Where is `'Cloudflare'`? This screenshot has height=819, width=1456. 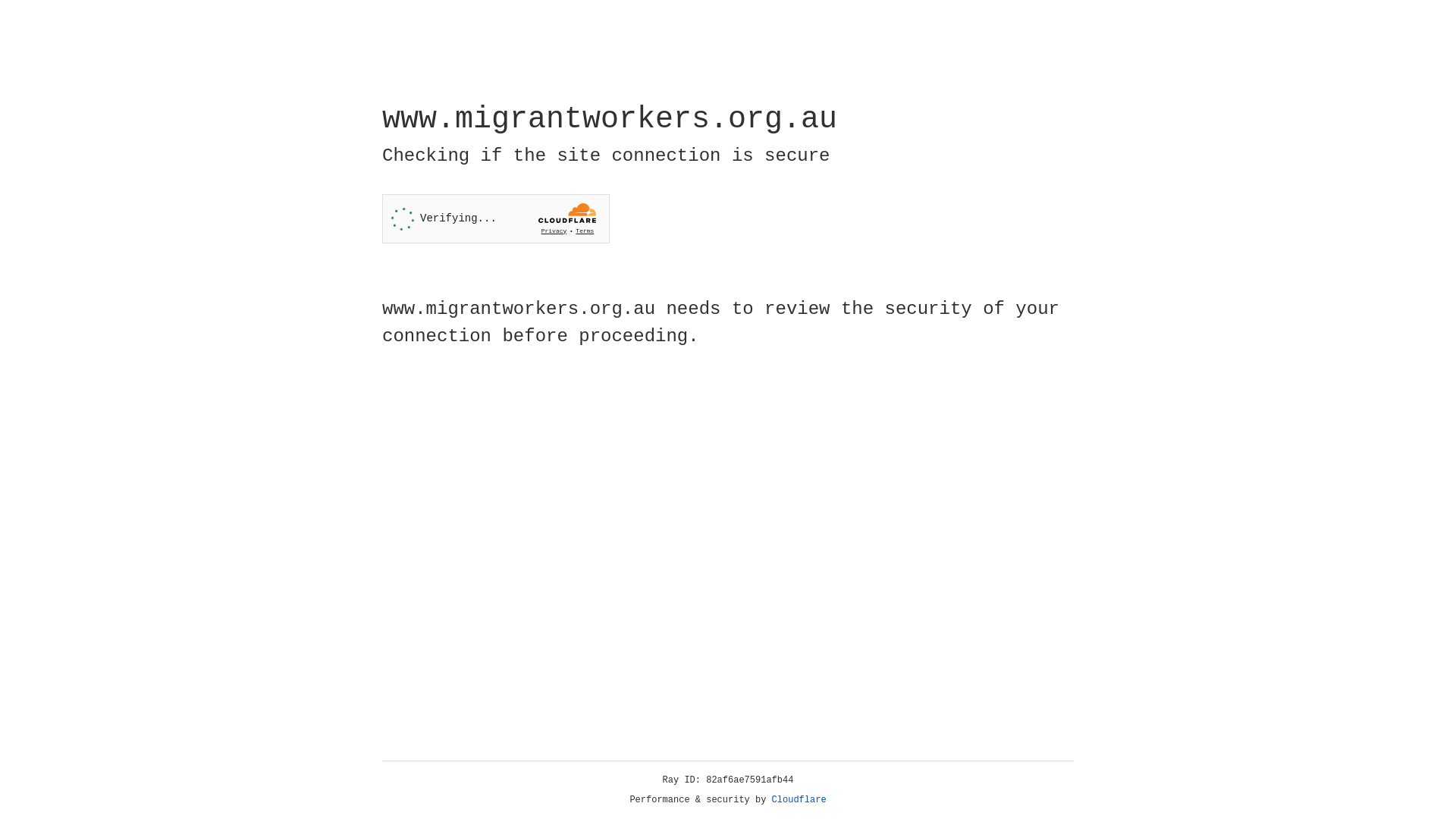
'Cloudflare' is located at coordinates (799, 799).